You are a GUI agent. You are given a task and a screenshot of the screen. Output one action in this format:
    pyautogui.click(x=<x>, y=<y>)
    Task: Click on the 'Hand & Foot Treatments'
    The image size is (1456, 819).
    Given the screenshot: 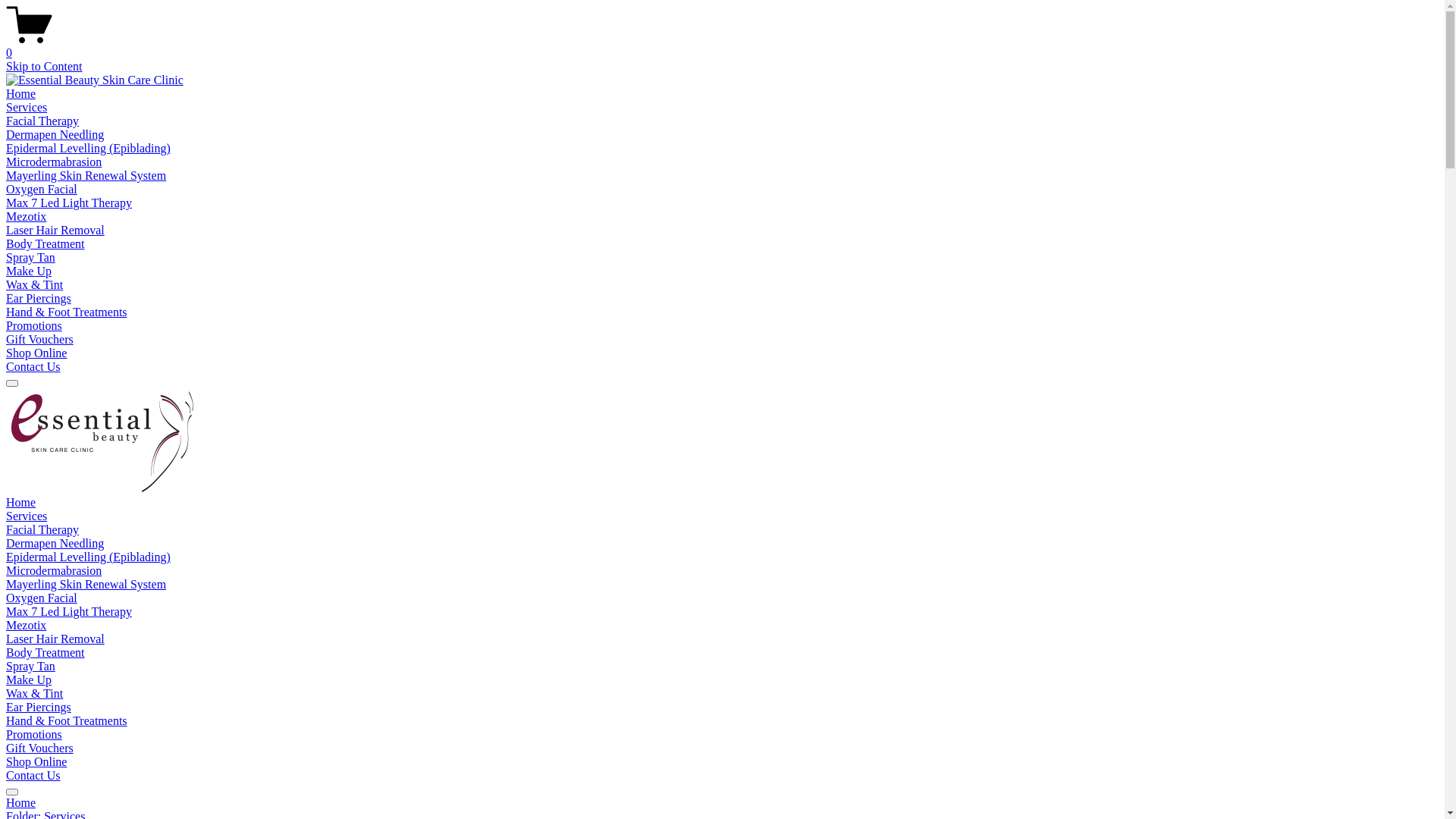 What is the action you would take?
    pyautogui.click(x=65, y=720)
    